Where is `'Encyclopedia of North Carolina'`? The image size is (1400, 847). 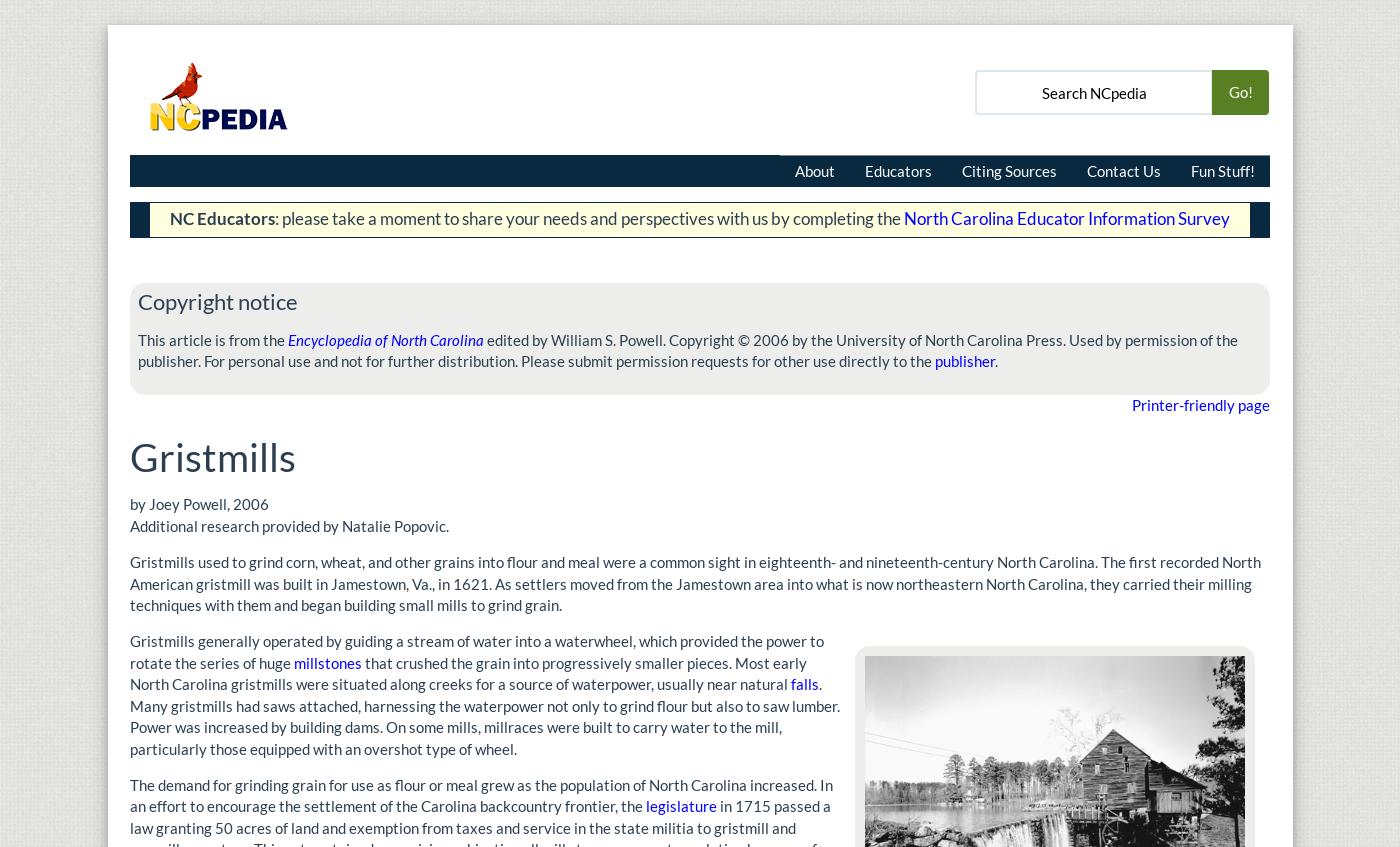
'Encyclopedia of North Carolina' is located at coordinates (385, 338).